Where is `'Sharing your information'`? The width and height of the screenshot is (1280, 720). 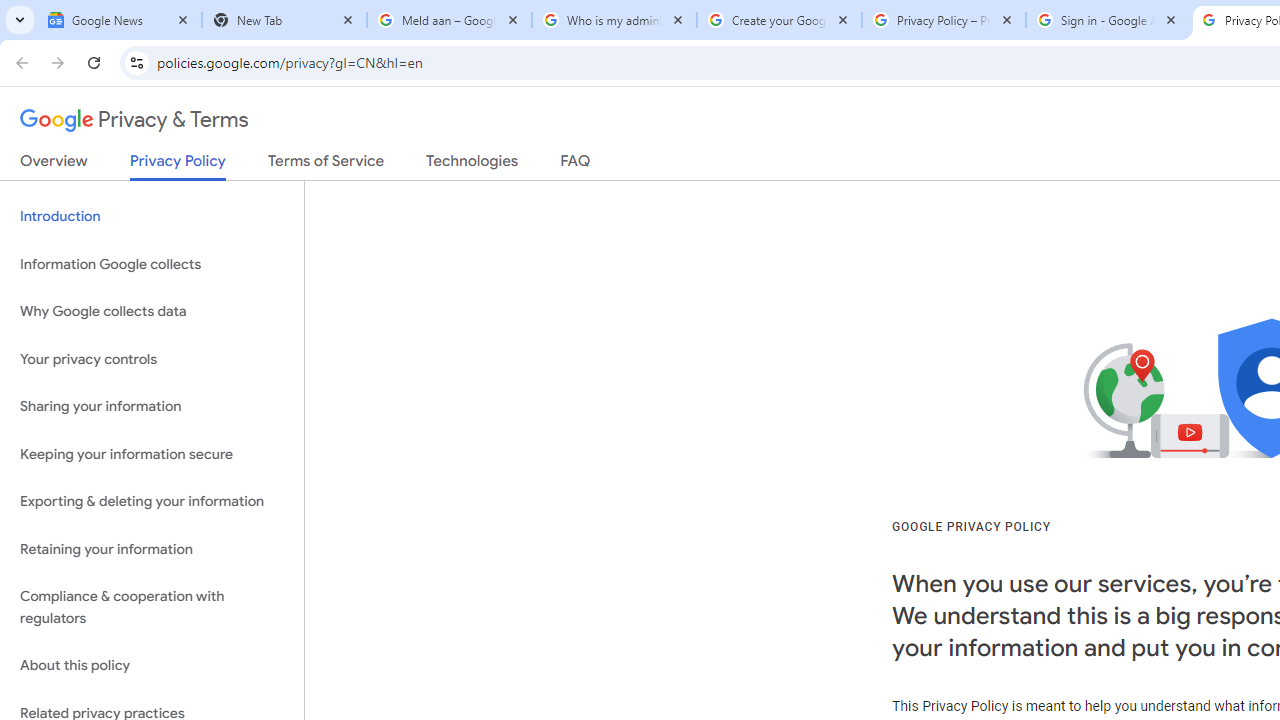
'Sharing your information' is located at coordinates (151, 406).